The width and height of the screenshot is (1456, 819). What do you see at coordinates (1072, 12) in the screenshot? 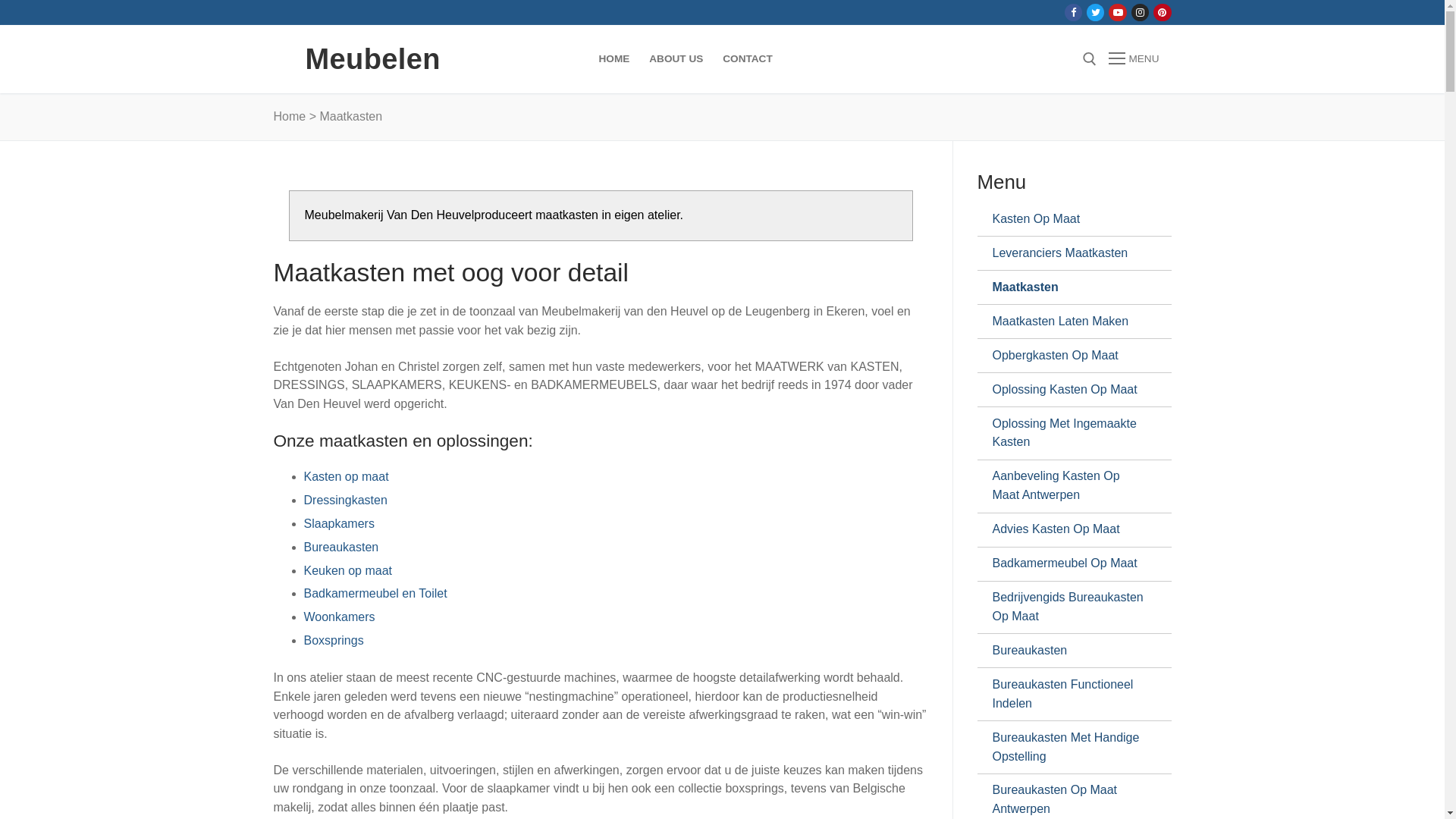
I see `'Facebook'` at bounding box center [1072, 12].